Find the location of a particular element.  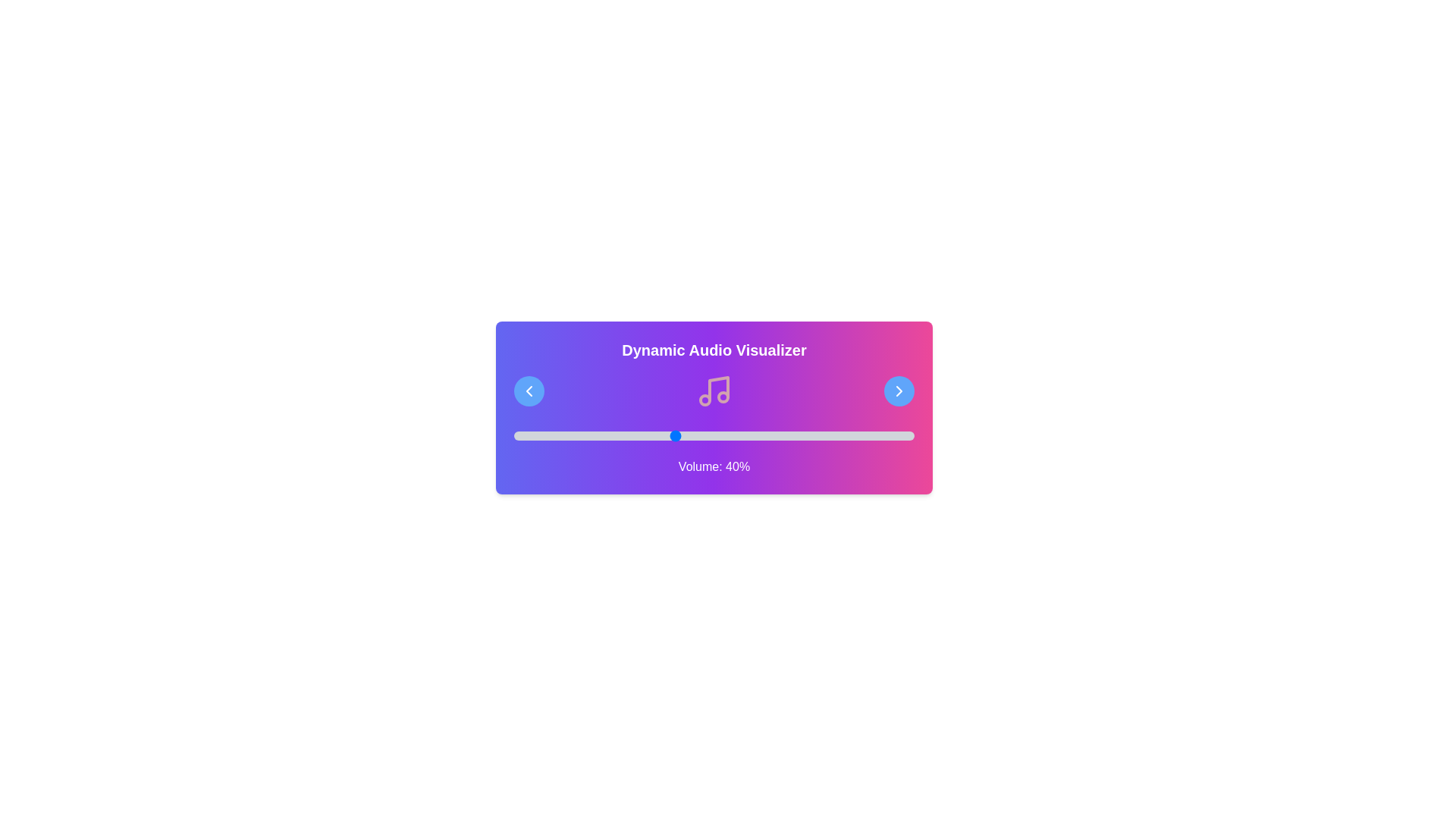

the volume slider to set the volume to 0% is located at coordinates (513, 435).